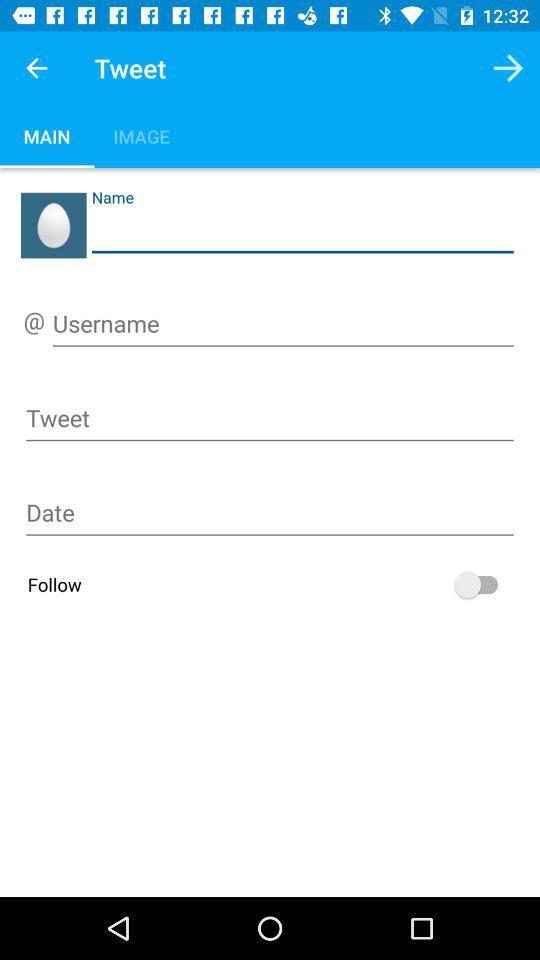 Image resolution: width=540 pixels, height=960 pixels. What do you see at coordinates (508, 68) in the screenshot?
I see `the button next to tweet` at bounding box center [508, 68].